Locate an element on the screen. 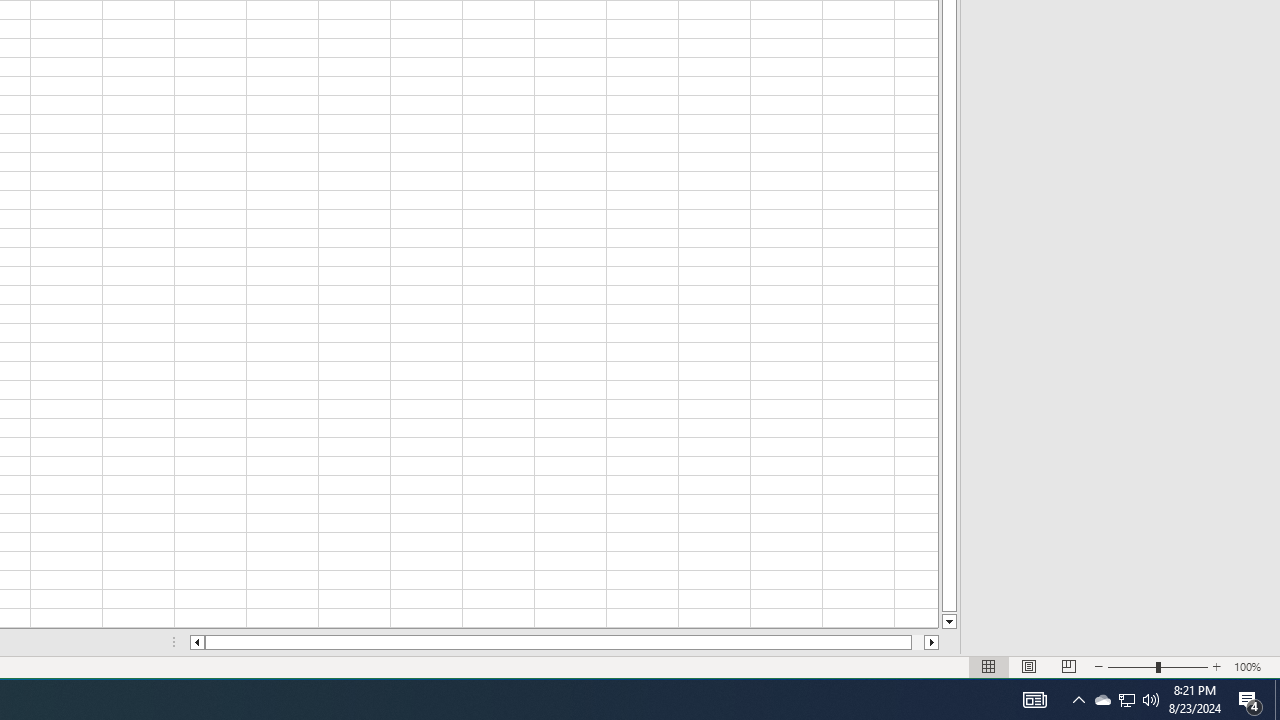 The height and width of the screenshot is (720, 1280). 'Zoom In' is located at coordinates (1216, 667).